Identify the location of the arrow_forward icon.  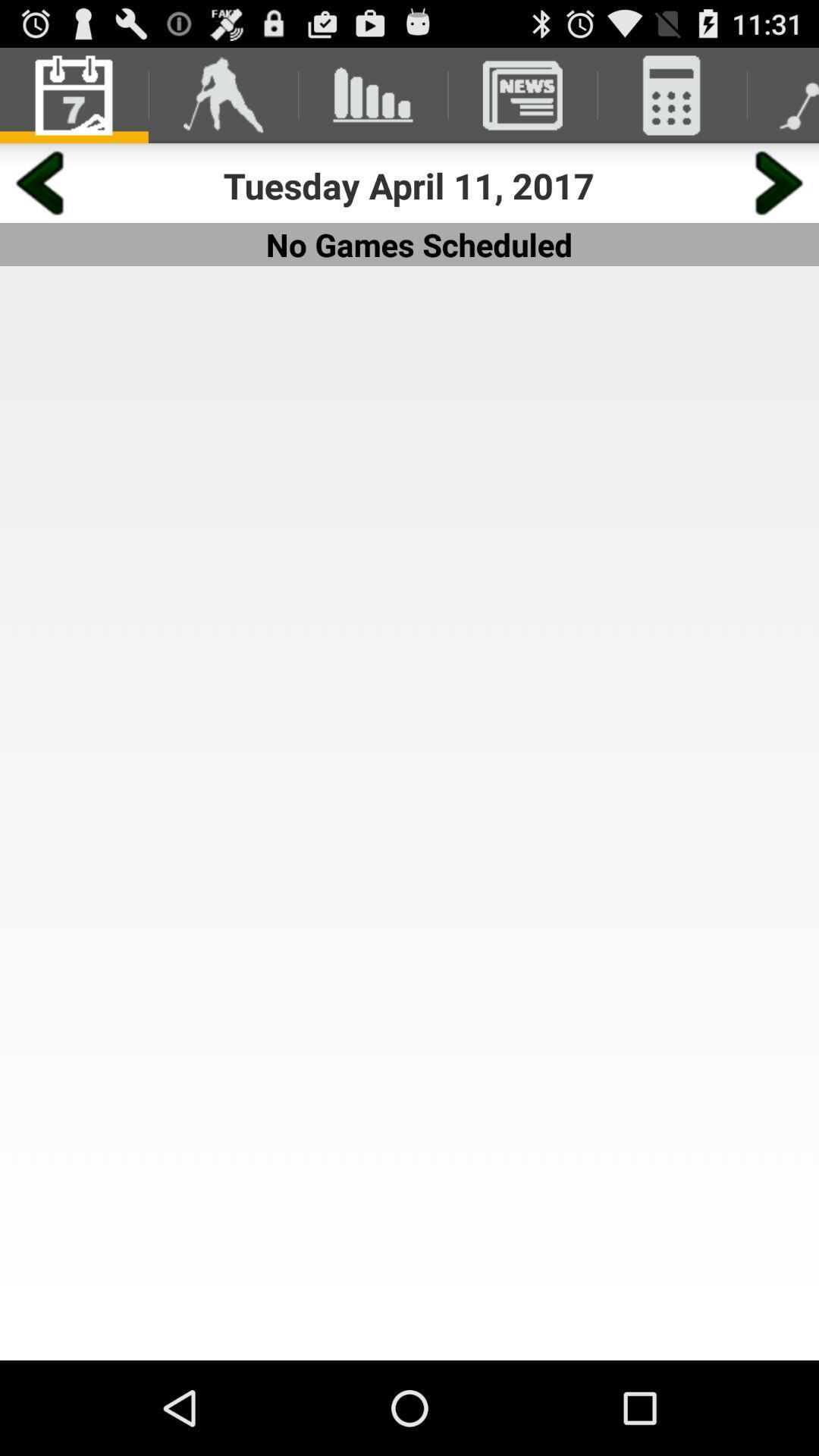
(779, 195).